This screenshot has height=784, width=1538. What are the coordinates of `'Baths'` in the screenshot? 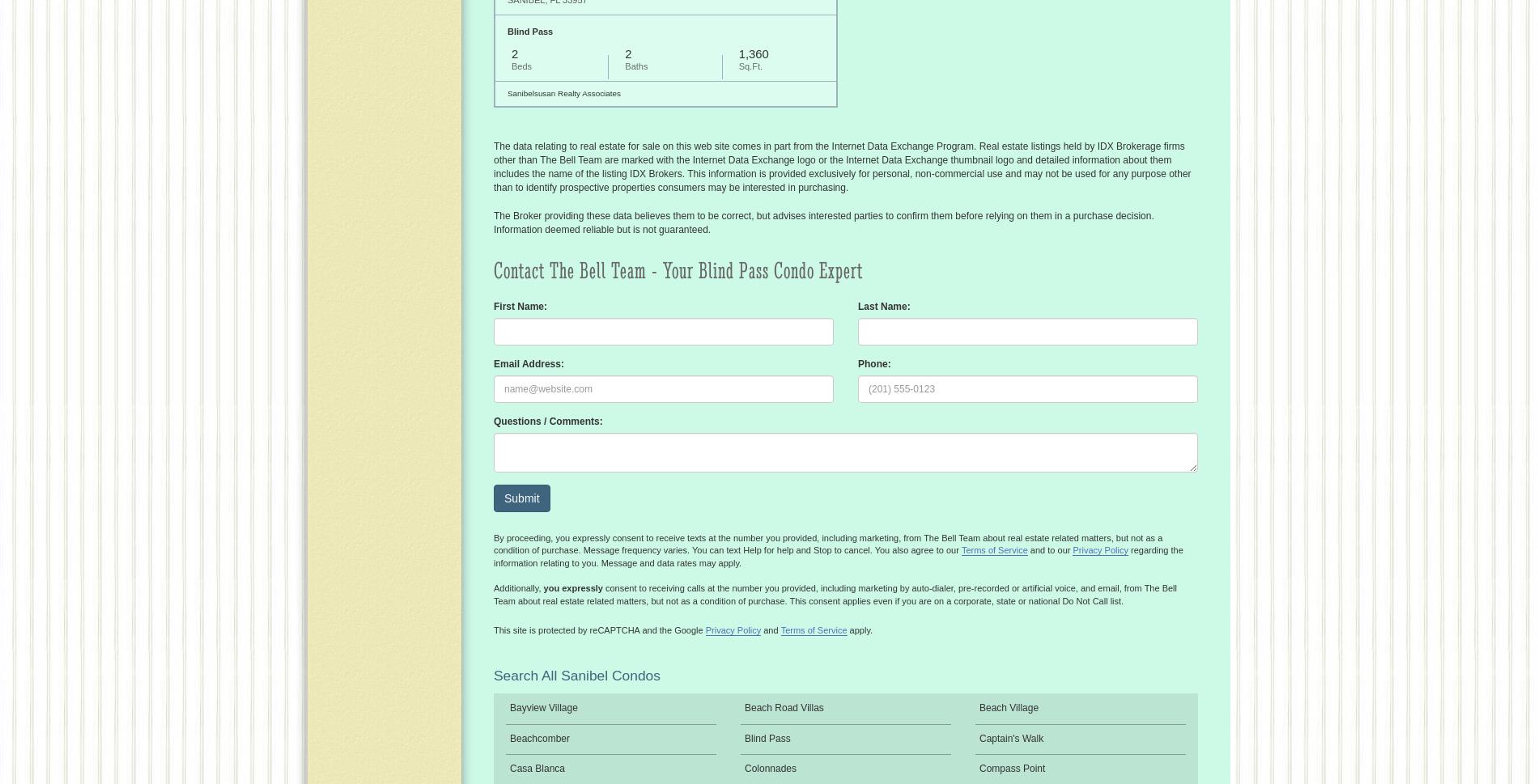 It's located at (623, 65).